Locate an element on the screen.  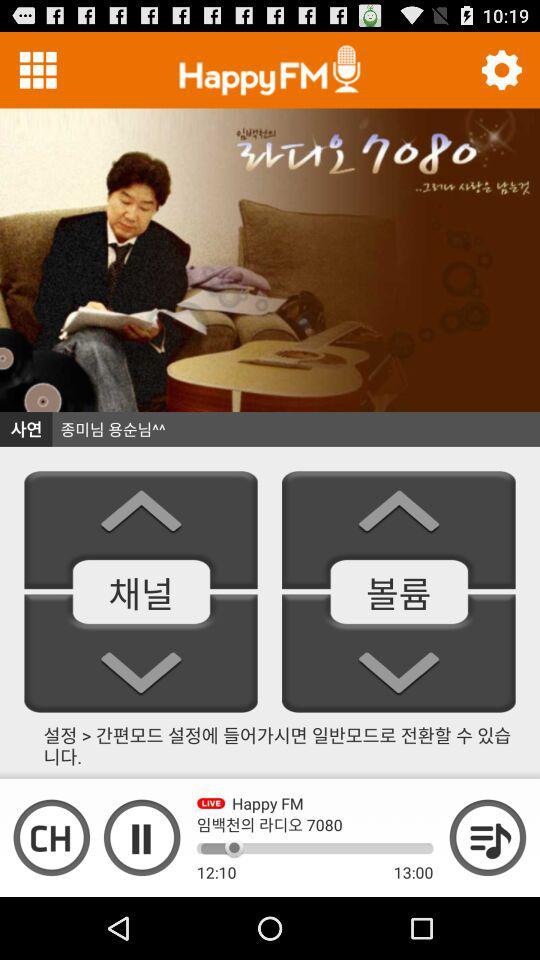
the dialpad icon is located at coordinates (38, 74).